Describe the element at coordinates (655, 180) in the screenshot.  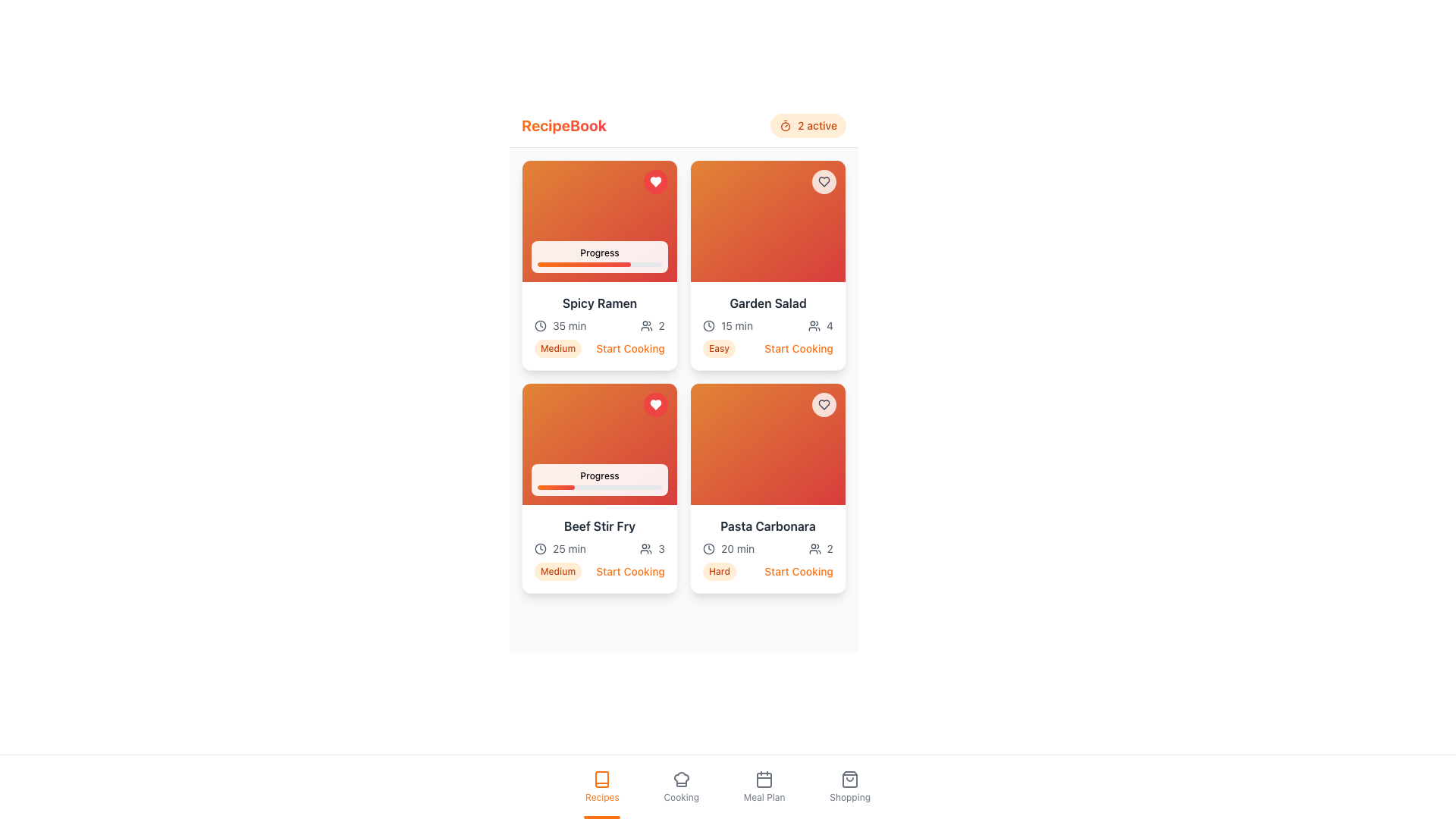
I see `the circular red button with a white heart icon located at the top-right corner of the 'Spicy Ramen' recipe card` at that location.